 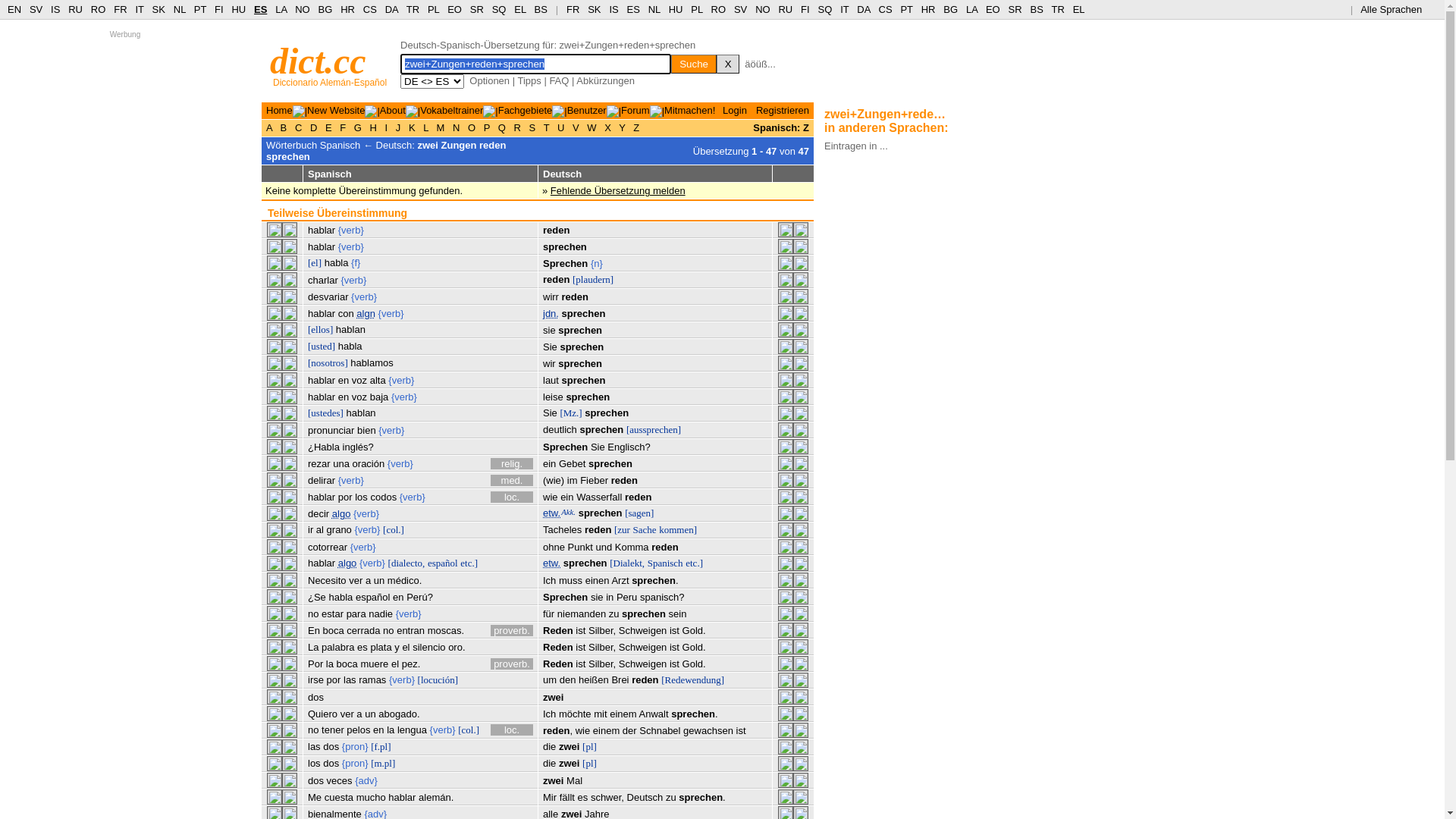 What do you see at coordinates (645, 529) in the screenshot?
I see `'Sache'` at bounding box center [645, 529].